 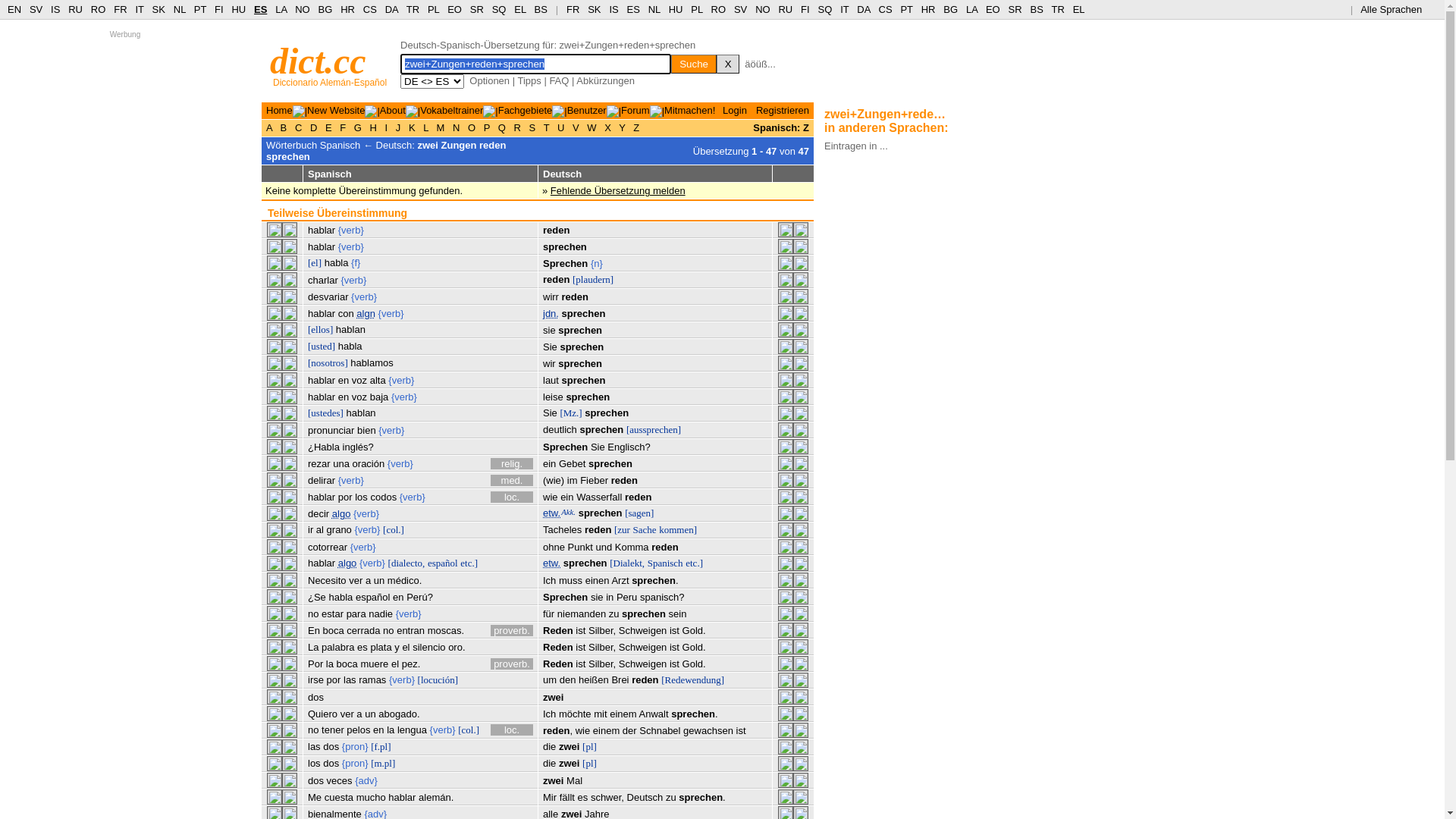 What do you see at coordinates (645, 529) in the screenshot?
I see `'Sache'` at bounding box center [645, 529].